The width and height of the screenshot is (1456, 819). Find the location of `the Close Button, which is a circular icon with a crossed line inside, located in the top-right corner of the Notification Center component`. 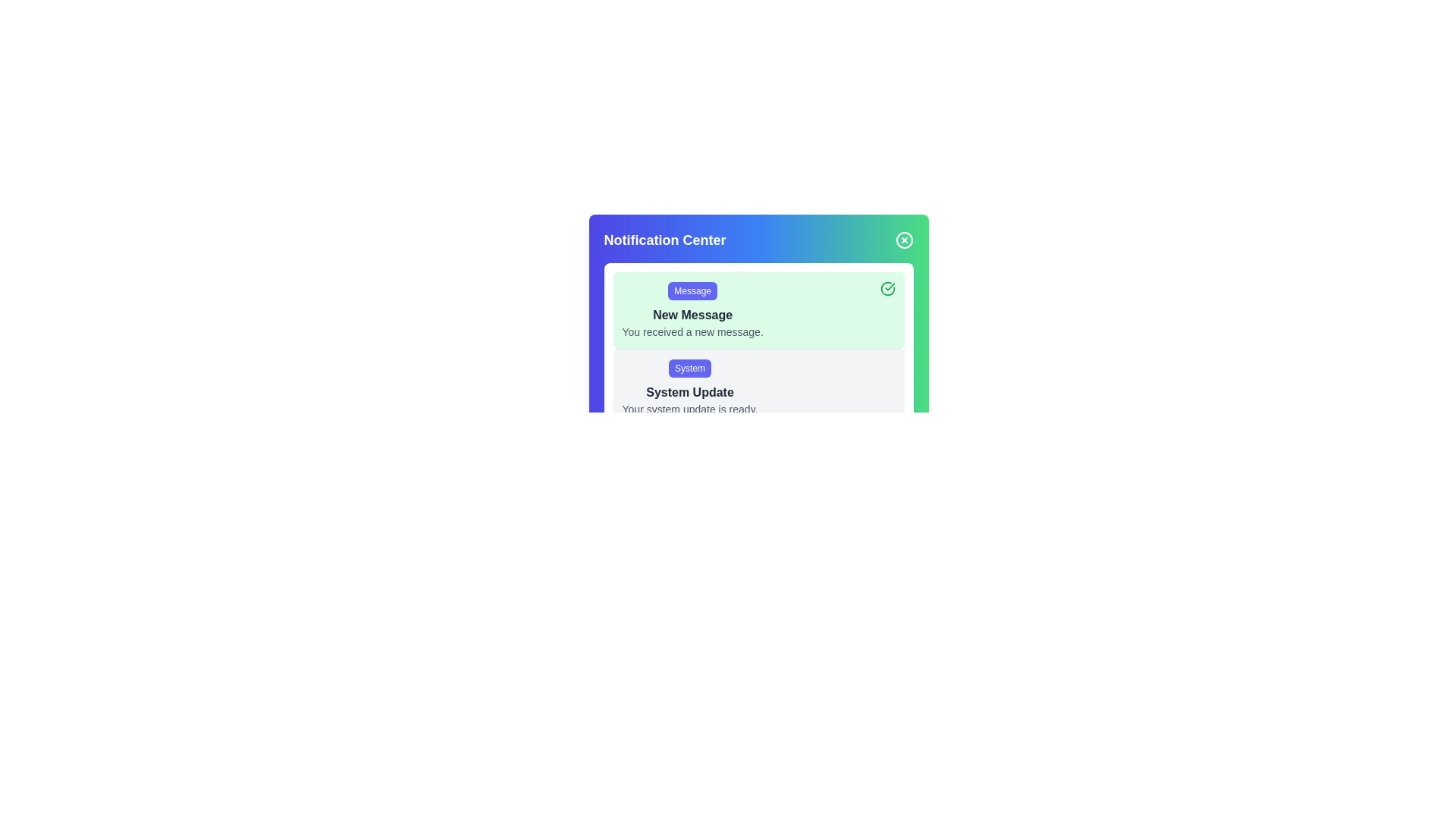

the Close Button, which is a circular icon with a crossed line inside, located in the top-right corner of the Notification Center component is located at coordinates (904, 239).